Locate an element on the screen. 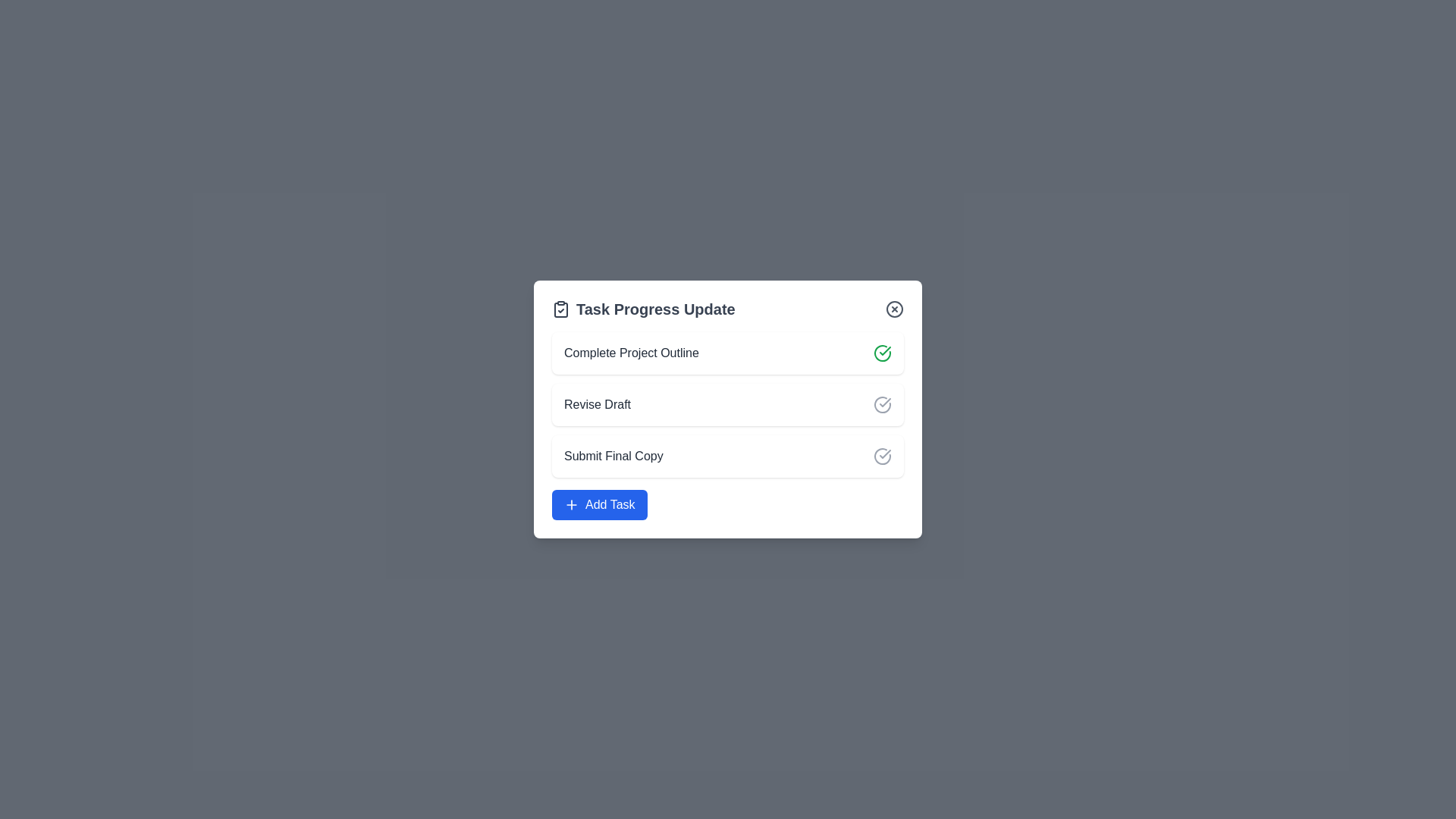  the Close button, which is a circular icon with a cross inside, located in the top-right corner of the 'Task Progress Update' section is located at coordinates (895, 309).